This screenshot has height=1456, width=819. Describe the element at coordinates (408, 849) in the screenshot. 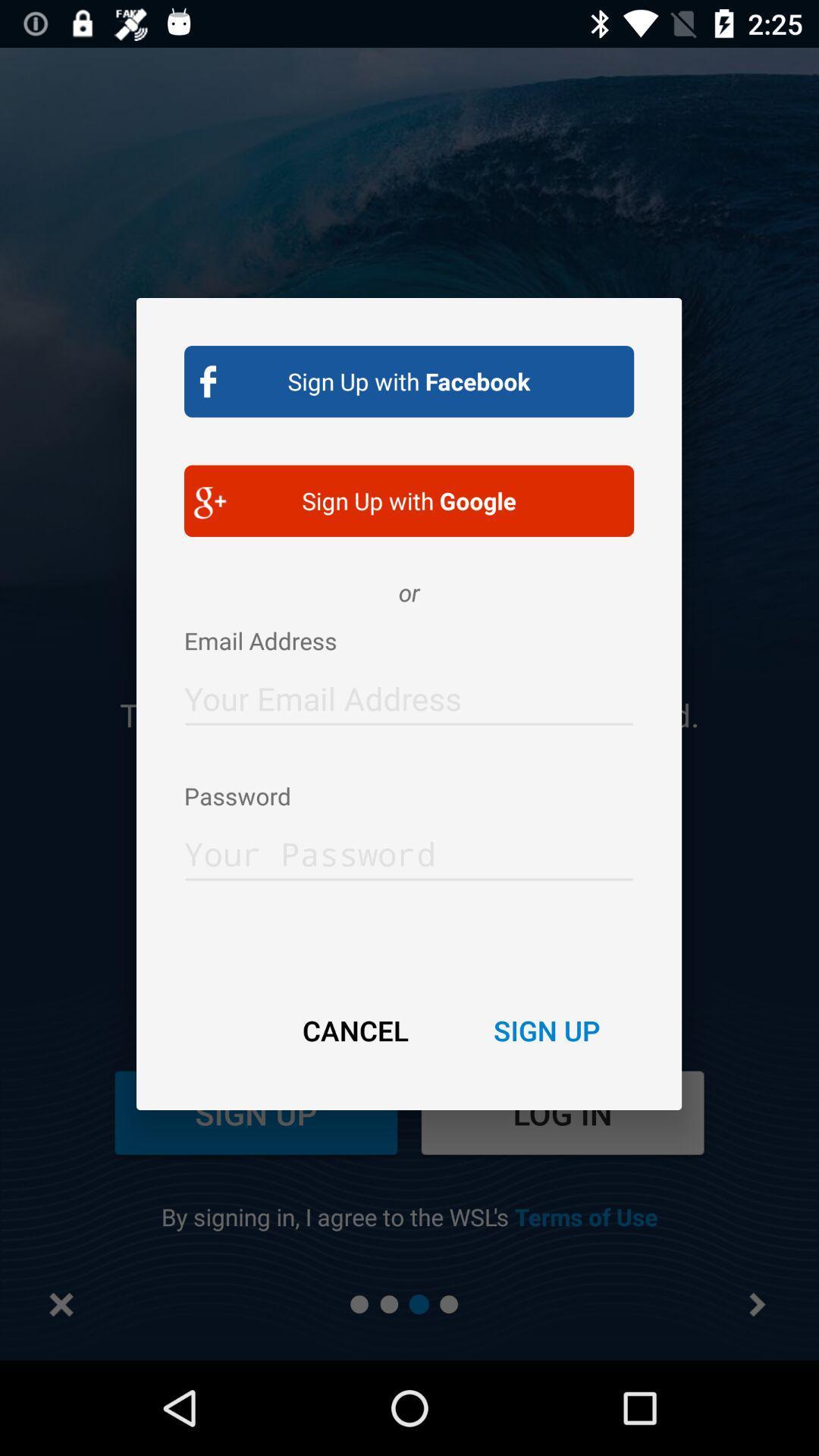

I see `password` at that location.